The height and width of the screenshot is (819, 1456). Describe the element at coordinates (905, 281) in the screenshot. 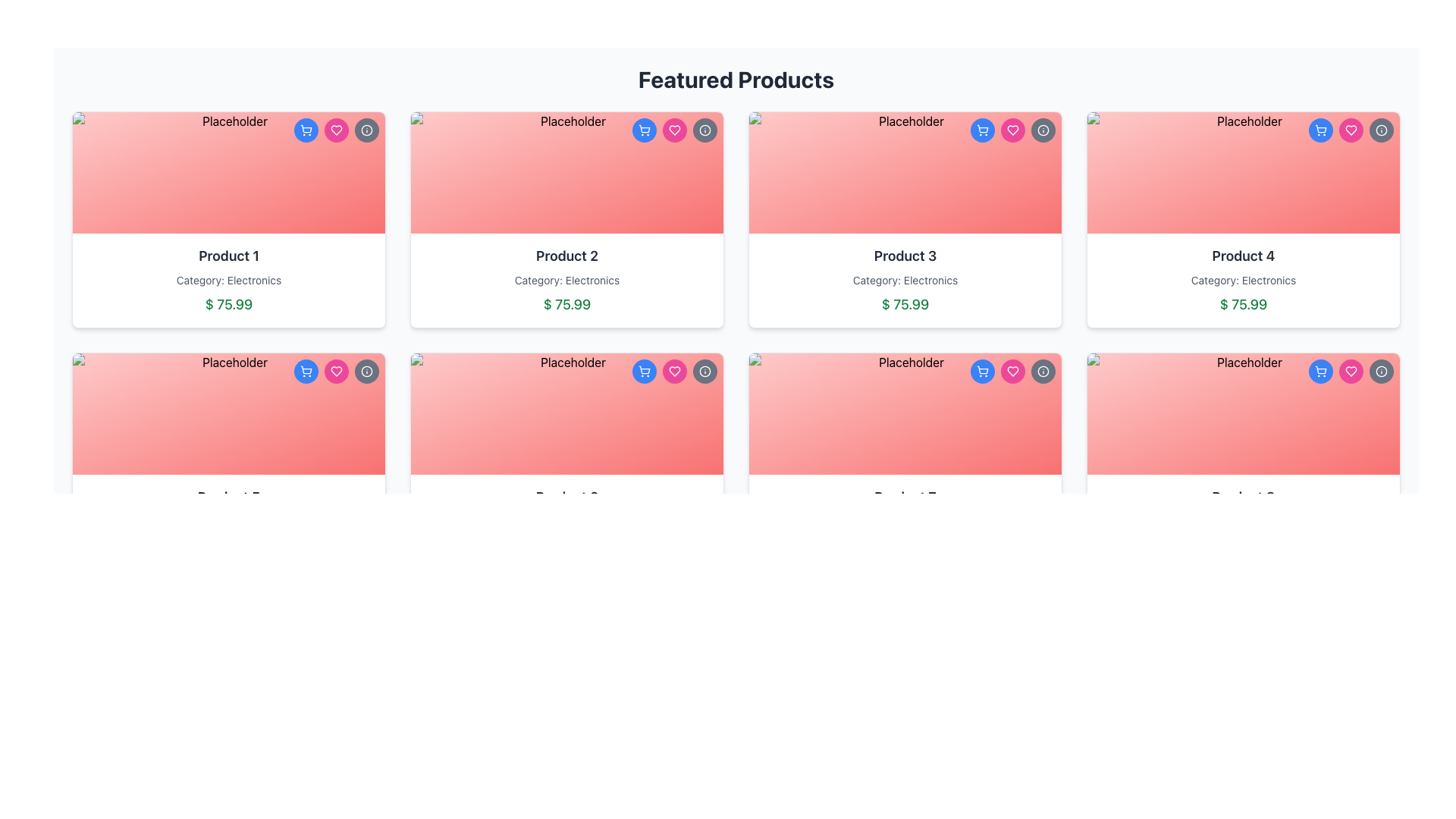

I see `the non-interactive text label displaying the category of the product for 'Product 3', located directly beneath the 'Product 3' title and above the price label` at that location.